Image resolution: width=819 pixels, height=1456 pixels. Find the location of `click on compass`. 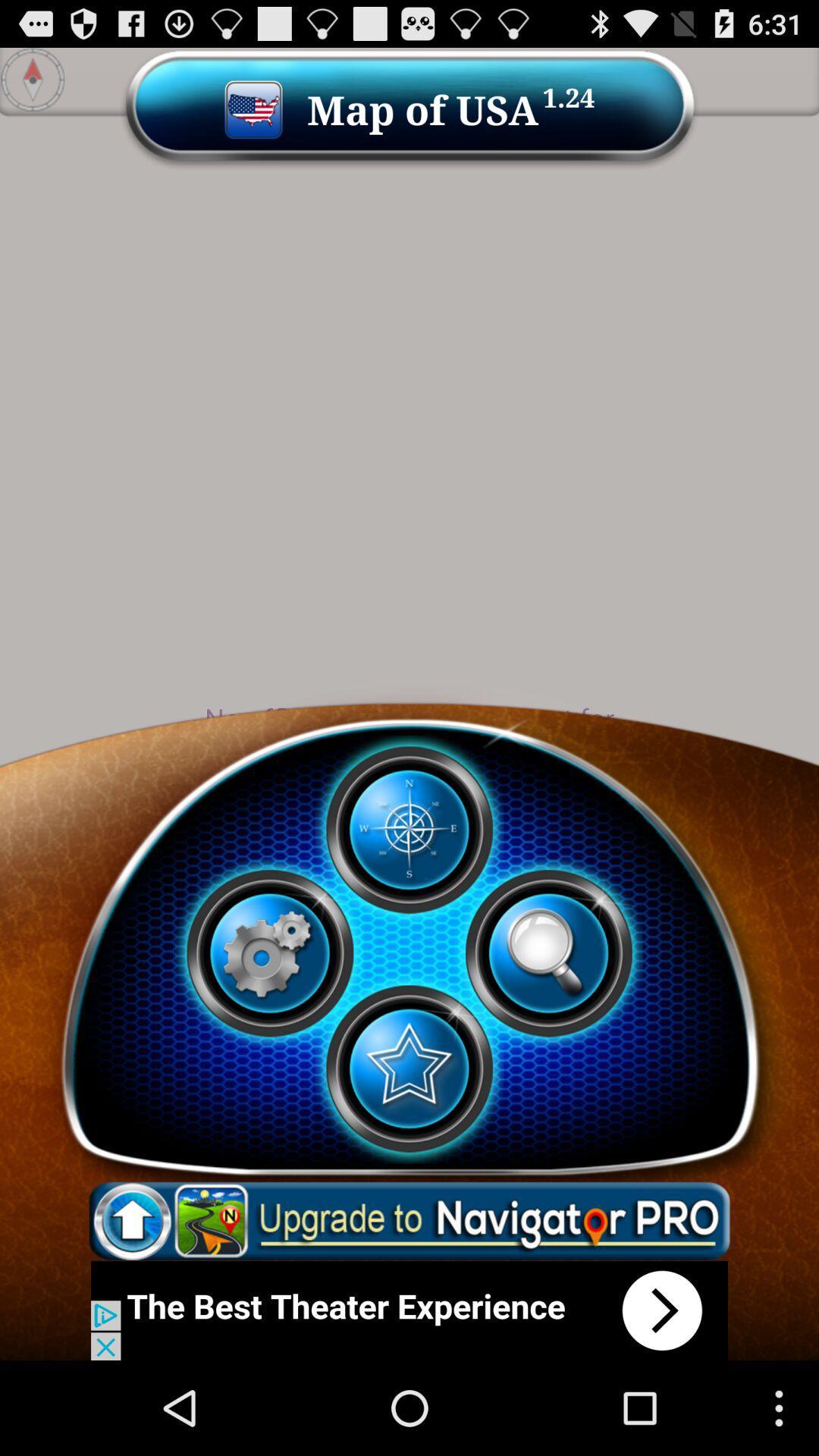

click on compass is located at coordinates (408, 829).